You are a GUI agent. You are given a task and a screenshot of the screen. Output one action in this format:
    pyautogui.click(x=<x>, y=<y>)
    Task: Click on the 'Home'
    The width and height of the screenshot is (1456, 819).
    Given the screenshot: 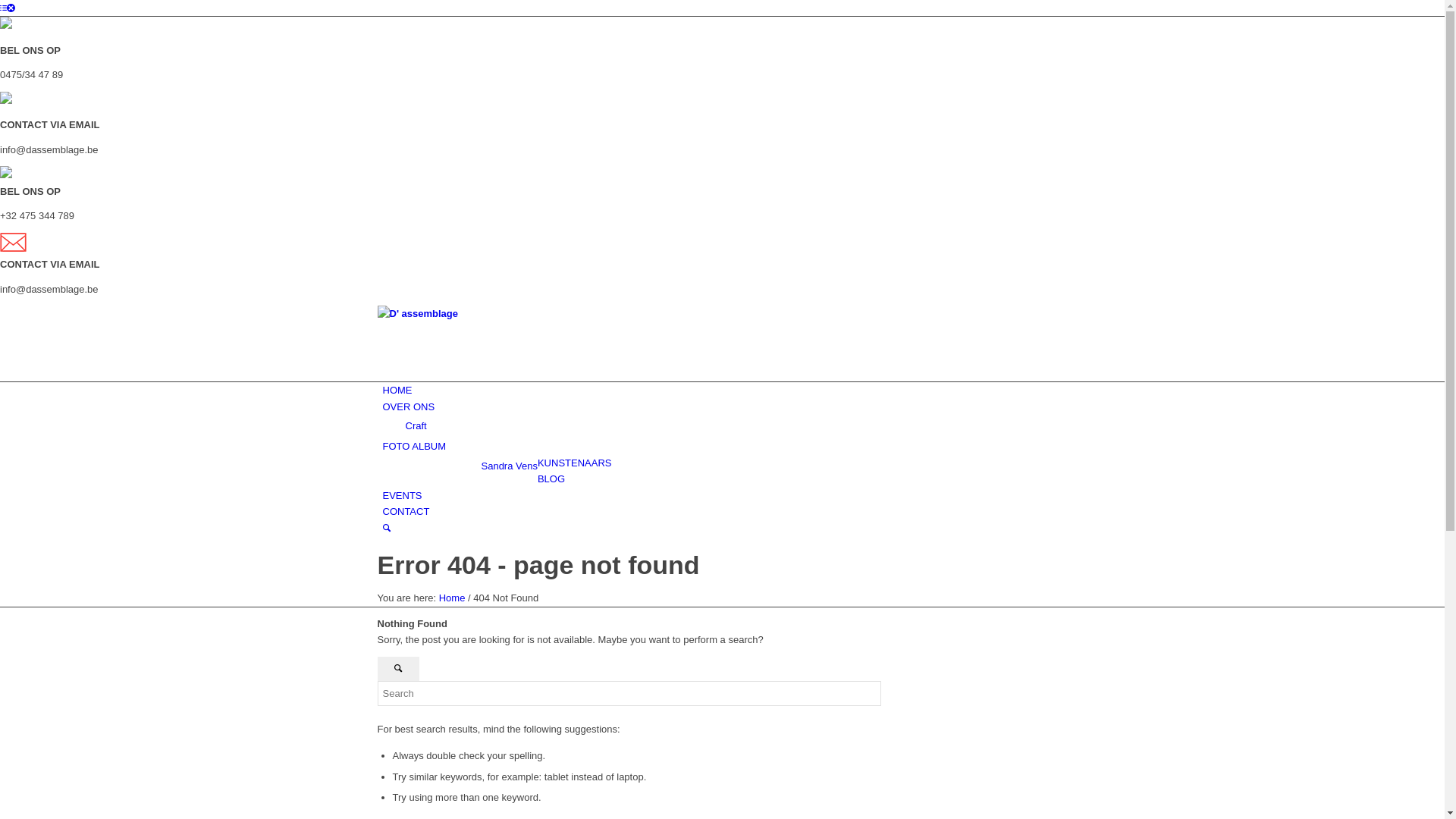 What is the action you would take?
    pyautogui.click(x=451, y=597)
    